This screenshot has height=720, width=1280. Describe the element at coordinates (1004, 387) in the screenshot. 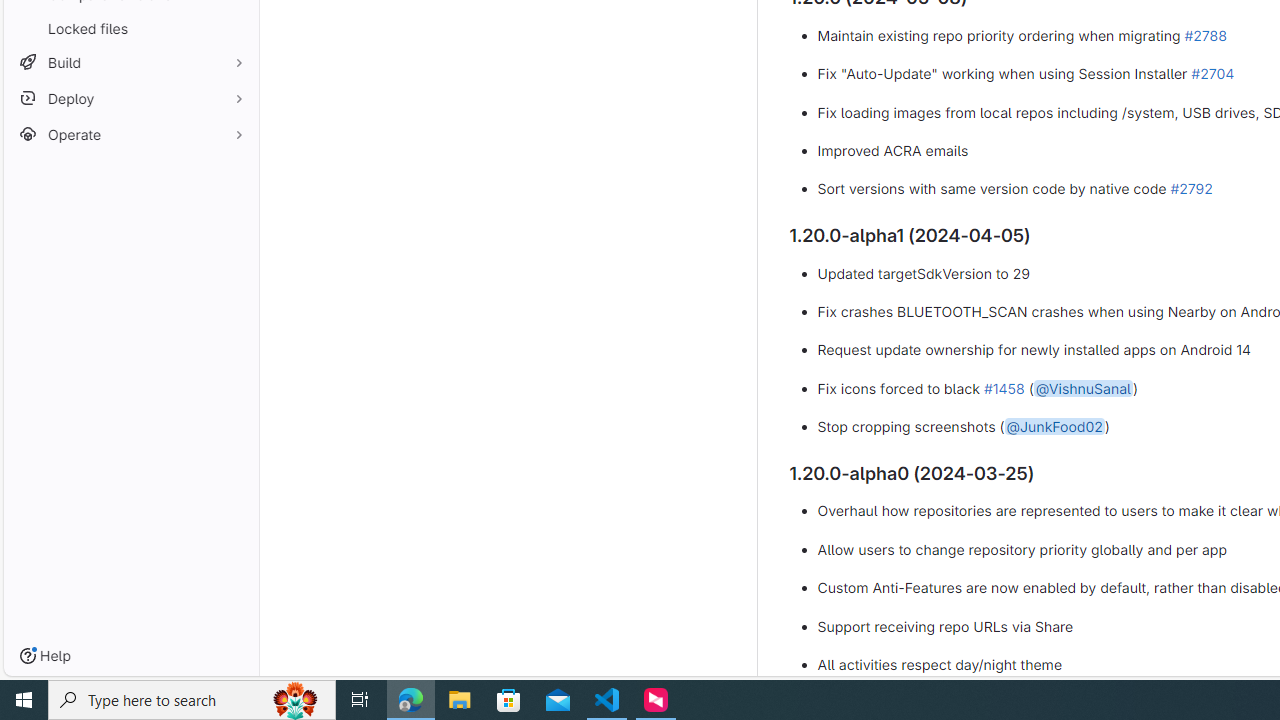

I see `'#1458'` at that location.